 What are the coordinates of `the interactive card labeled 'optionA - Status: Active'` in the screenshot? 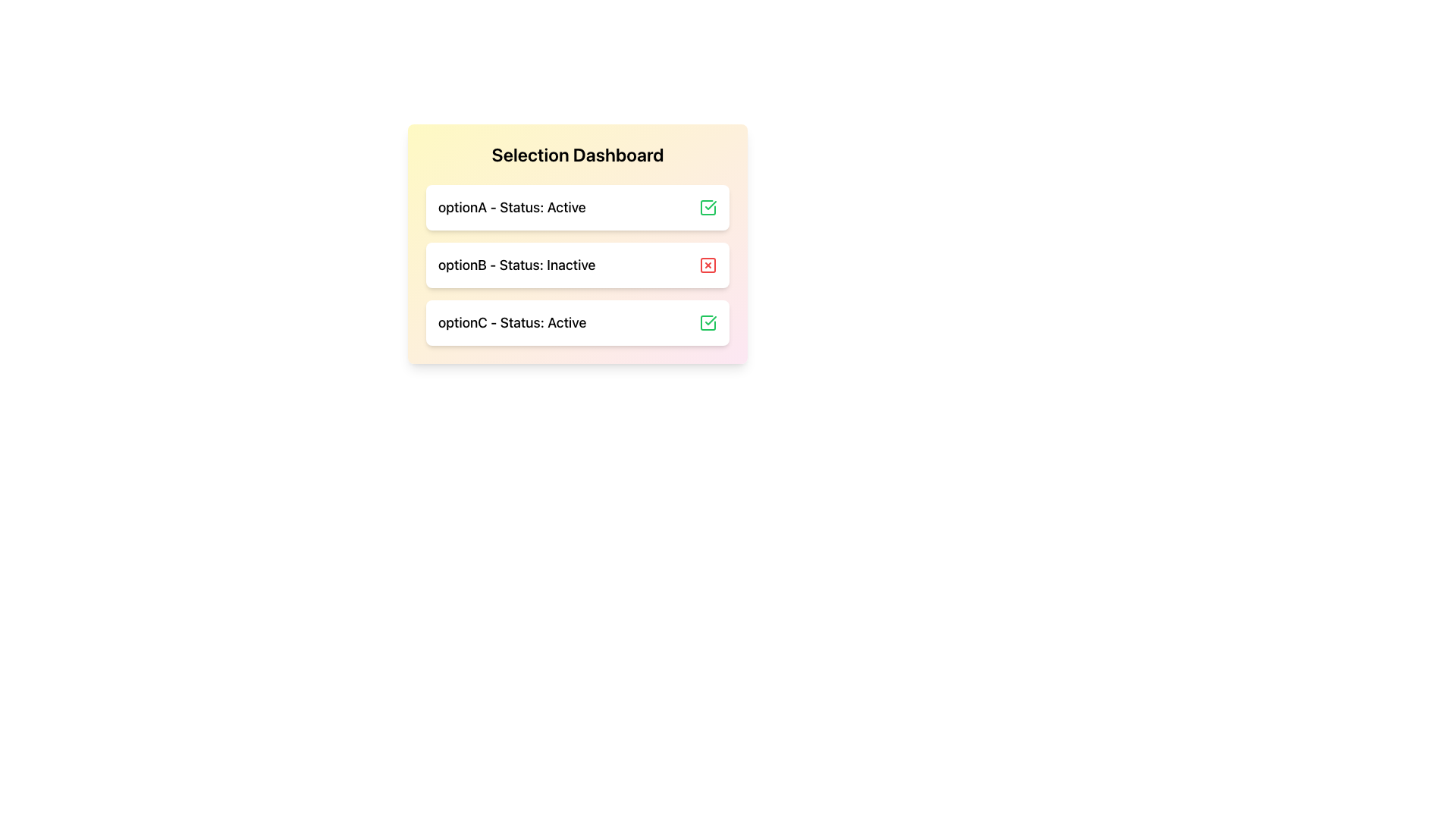 It's located at (577, 207).